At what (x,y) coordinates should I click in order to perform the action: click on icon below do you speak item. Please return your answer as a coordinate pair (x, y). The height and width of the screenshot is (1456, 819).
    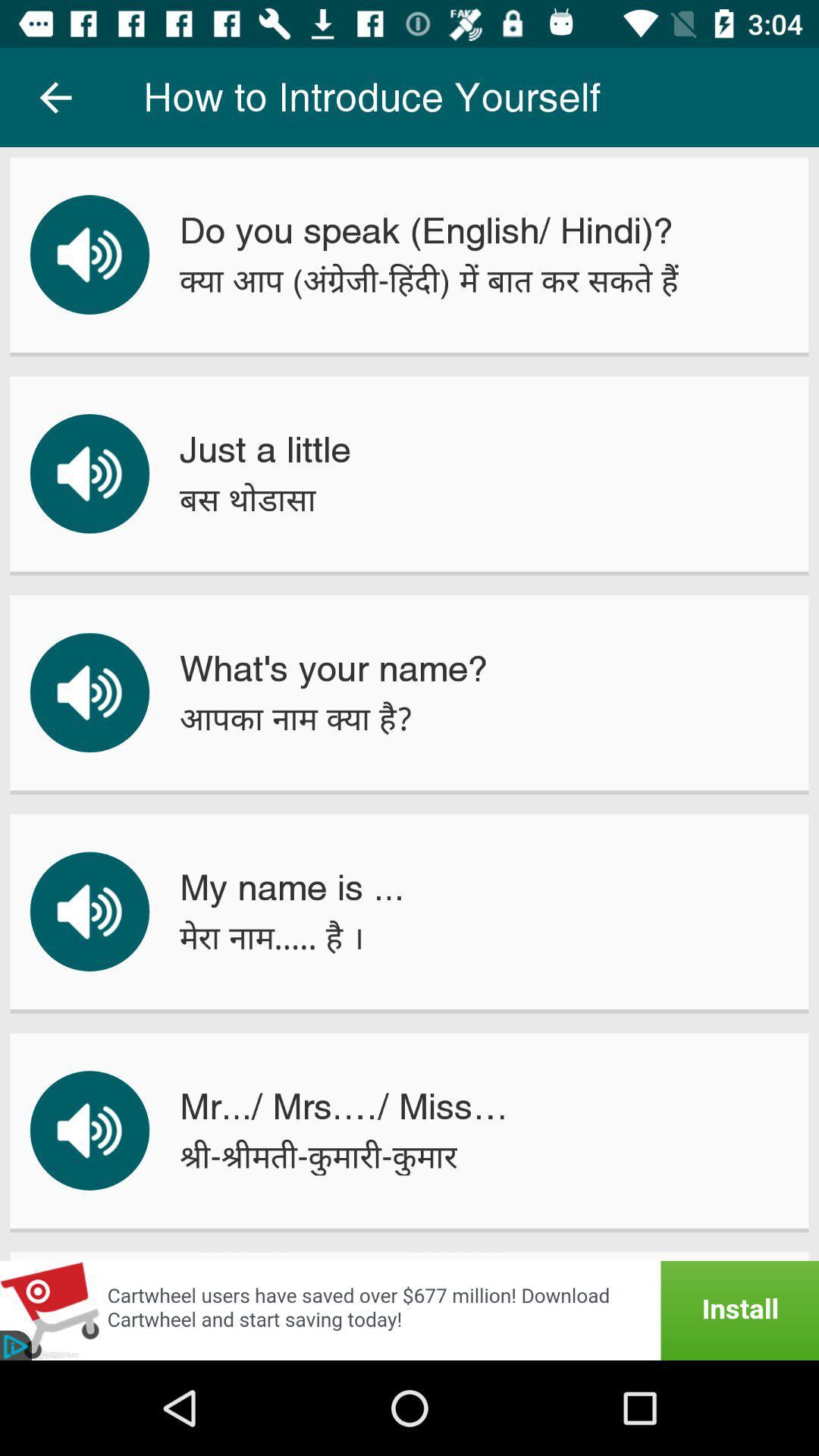
    Looking at the image, I should click on (428, 281).